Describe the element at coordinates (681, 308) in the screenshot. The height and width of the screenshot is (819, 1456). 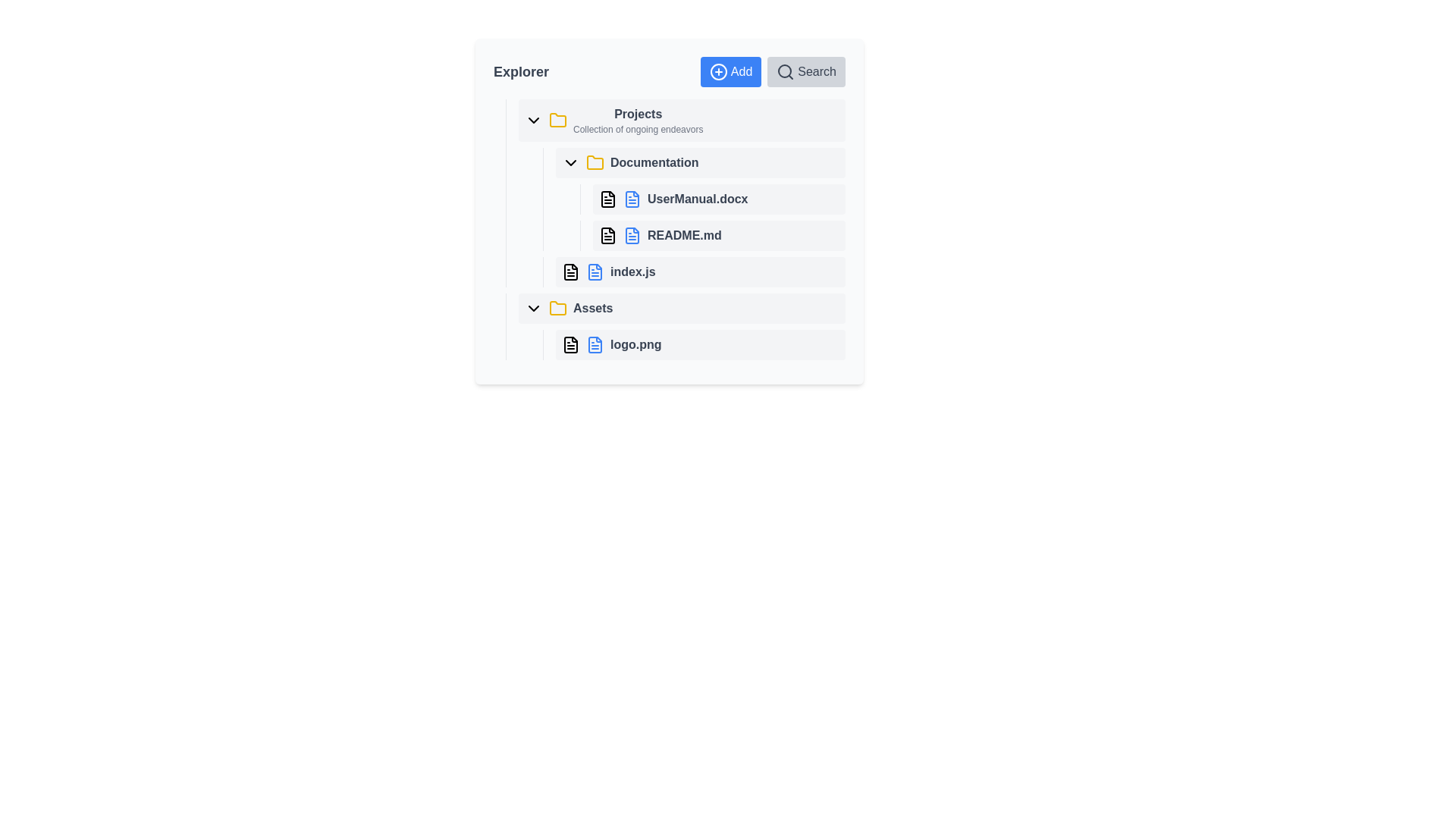
I see `the 'Assets' folder in the file explorer` at that location.